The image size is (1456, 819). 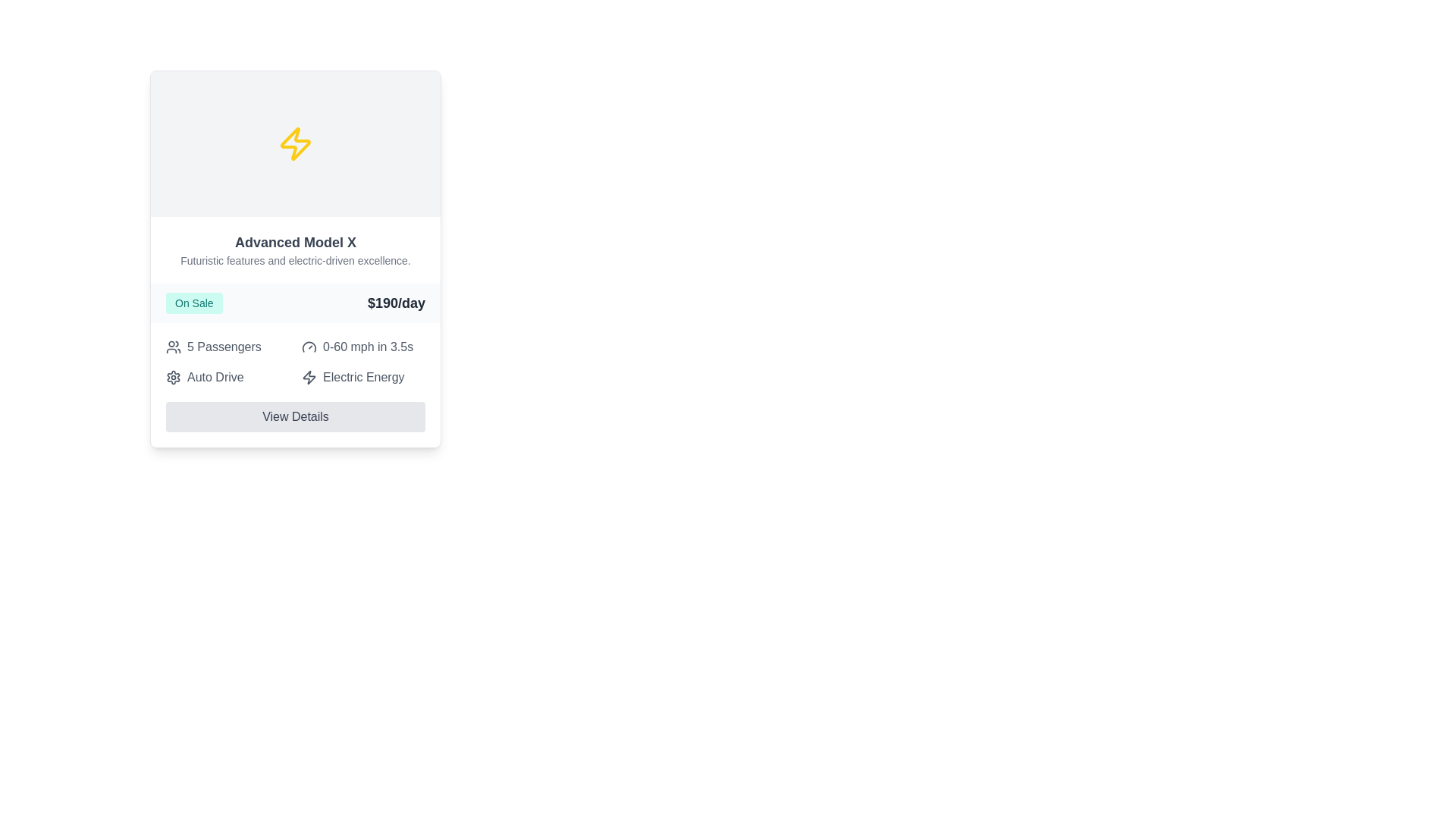 I want to click on the specifications Content block for the vehicle, located at the bottom section of the vehicle model card, below the title and price sections, so click(x=295, y=384).